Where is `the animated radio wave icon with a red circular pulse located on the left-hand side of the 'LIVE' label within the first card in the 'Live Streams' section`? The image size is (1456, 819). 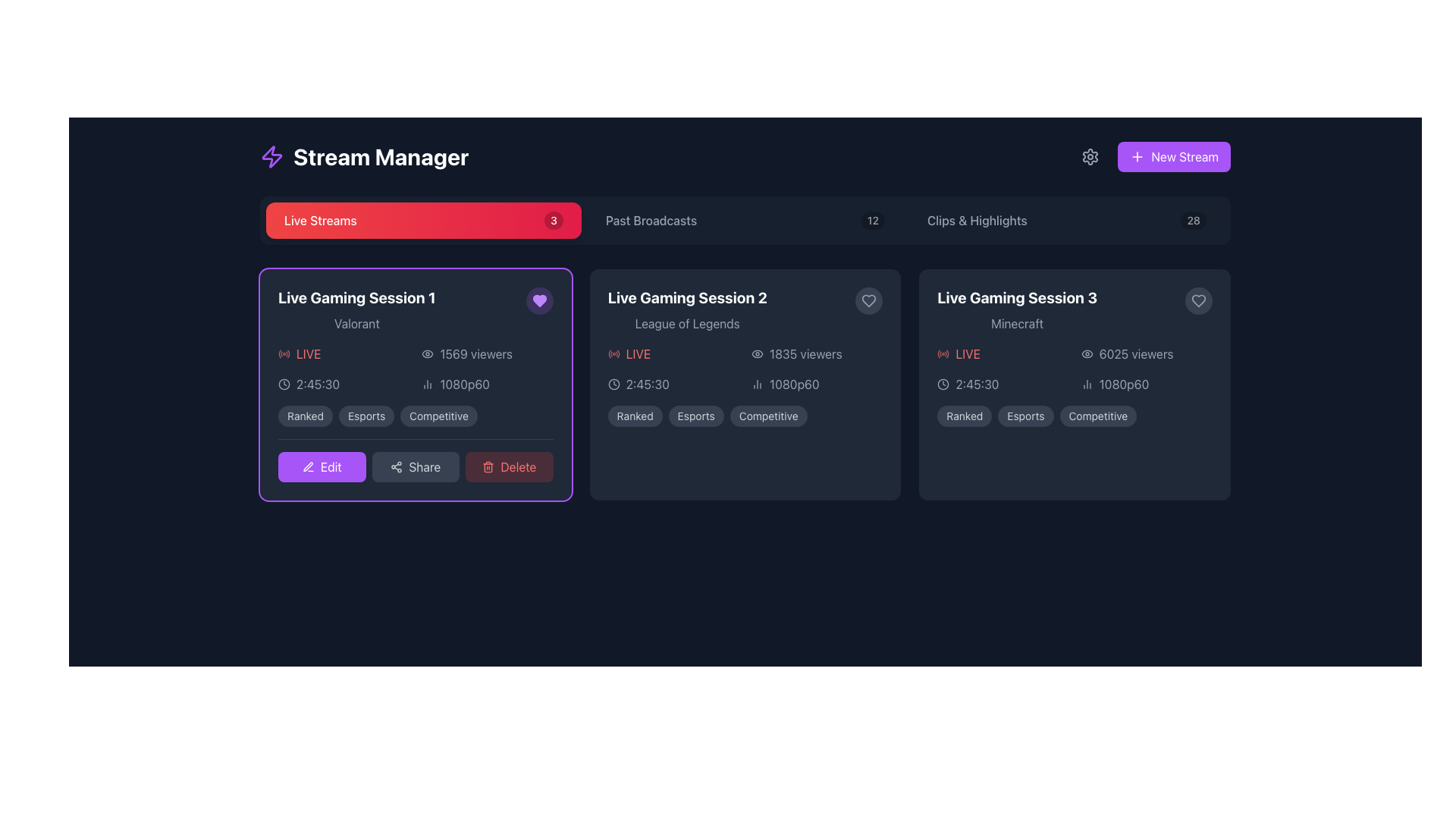
the animated radio wave icon with a red circular pulse located on the left-hand side of the 'LIVE' label within the first card in the 'Live Streams' section is located at coordinates (284, 353).